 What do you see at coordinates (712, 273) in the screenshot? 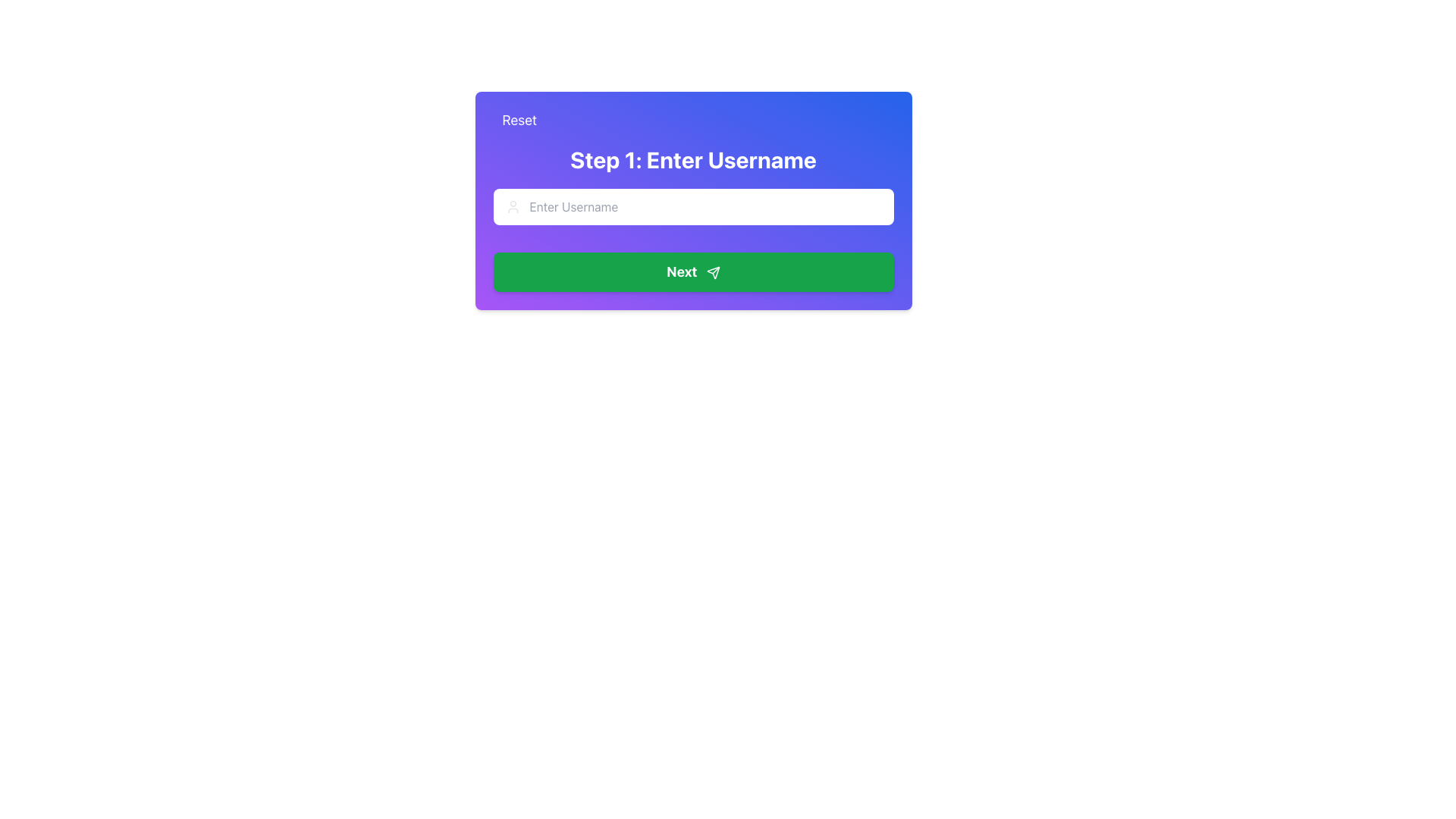
I see `the small upward-right arrow icon with white strokes inside the green rectangle button labeled 'Next'` at bounding box center [712, 273].